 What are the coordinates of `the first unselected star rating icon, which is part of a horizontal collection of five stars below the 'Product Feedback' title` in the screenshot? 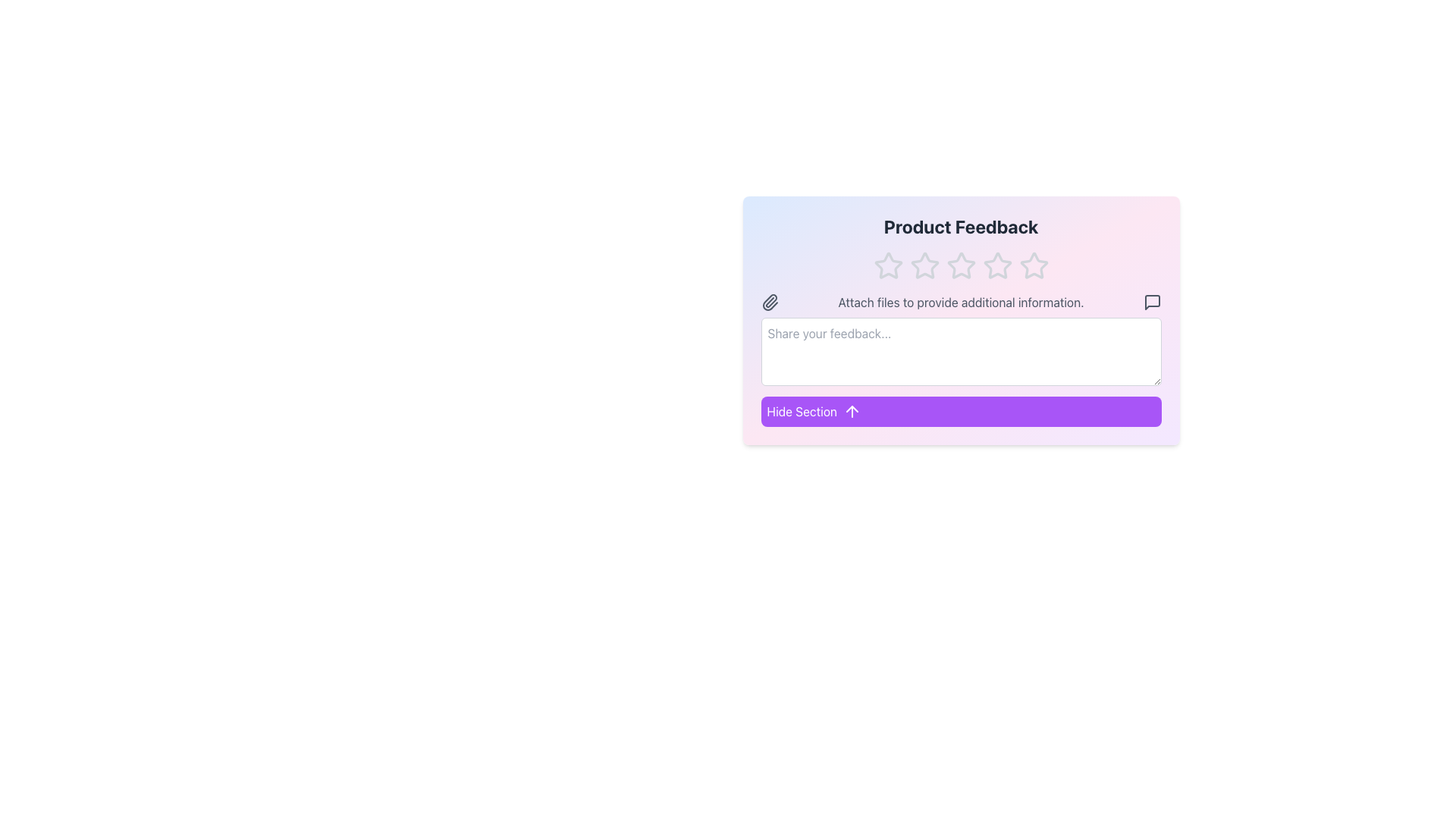 It's located at (888, 265).